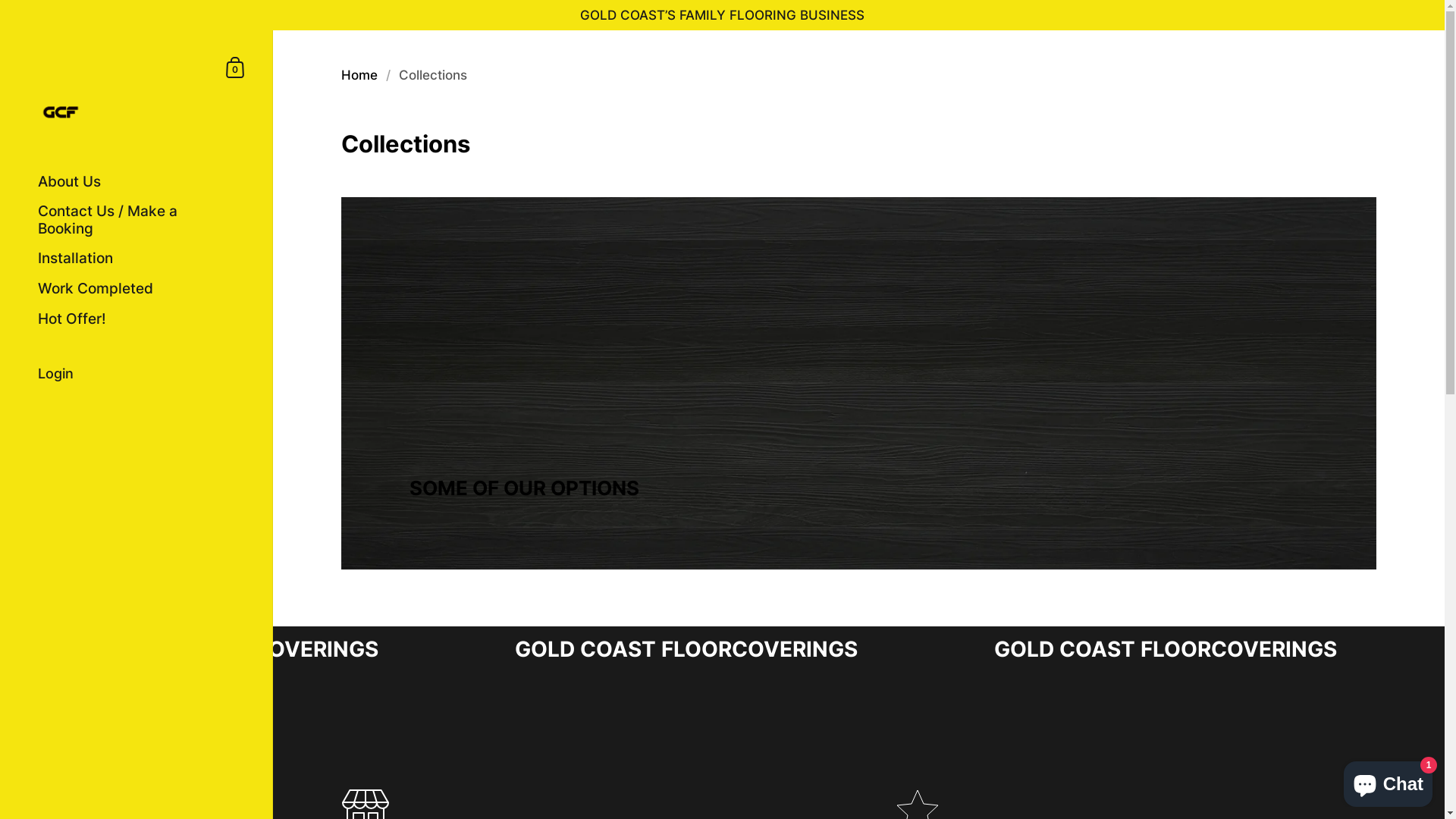  I want to click on 'Work Completed', so click(136, 289).